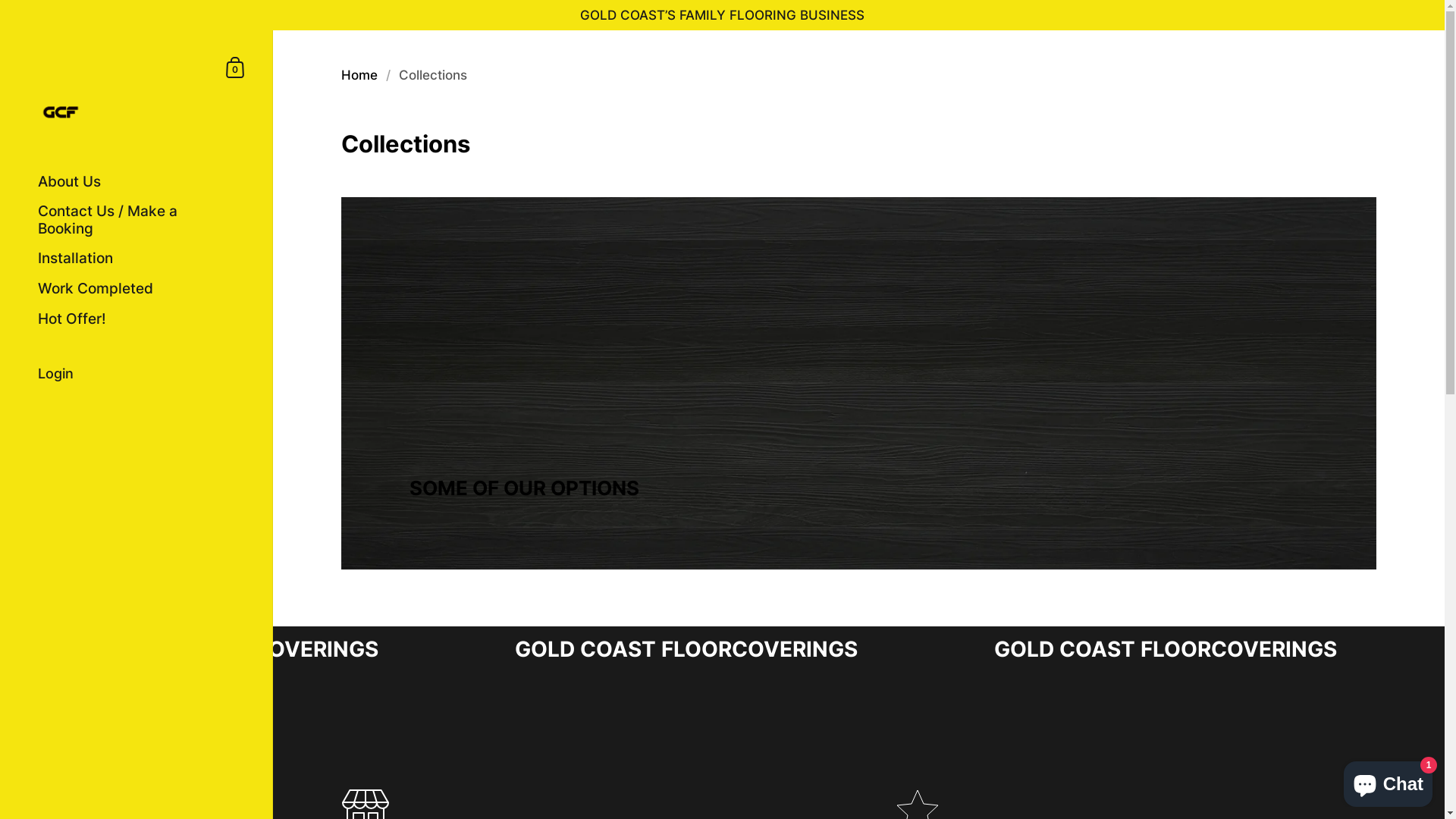  I want to click on 'Work Completed', so click(136, 289).